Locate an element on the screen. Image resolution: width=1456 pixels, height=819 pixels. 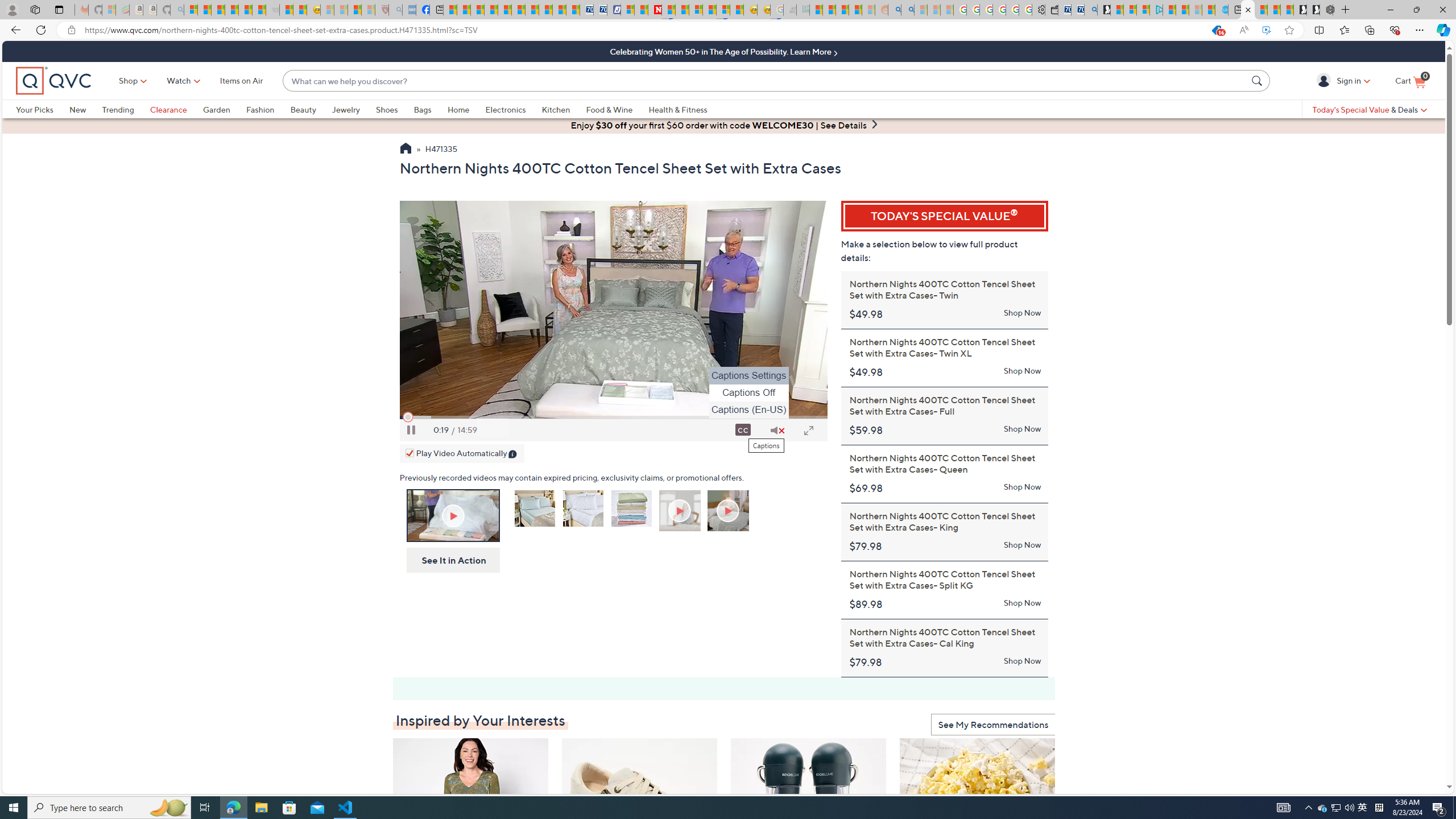
'Combat Siege - Sleeping' is located at coordinates (271, 9).